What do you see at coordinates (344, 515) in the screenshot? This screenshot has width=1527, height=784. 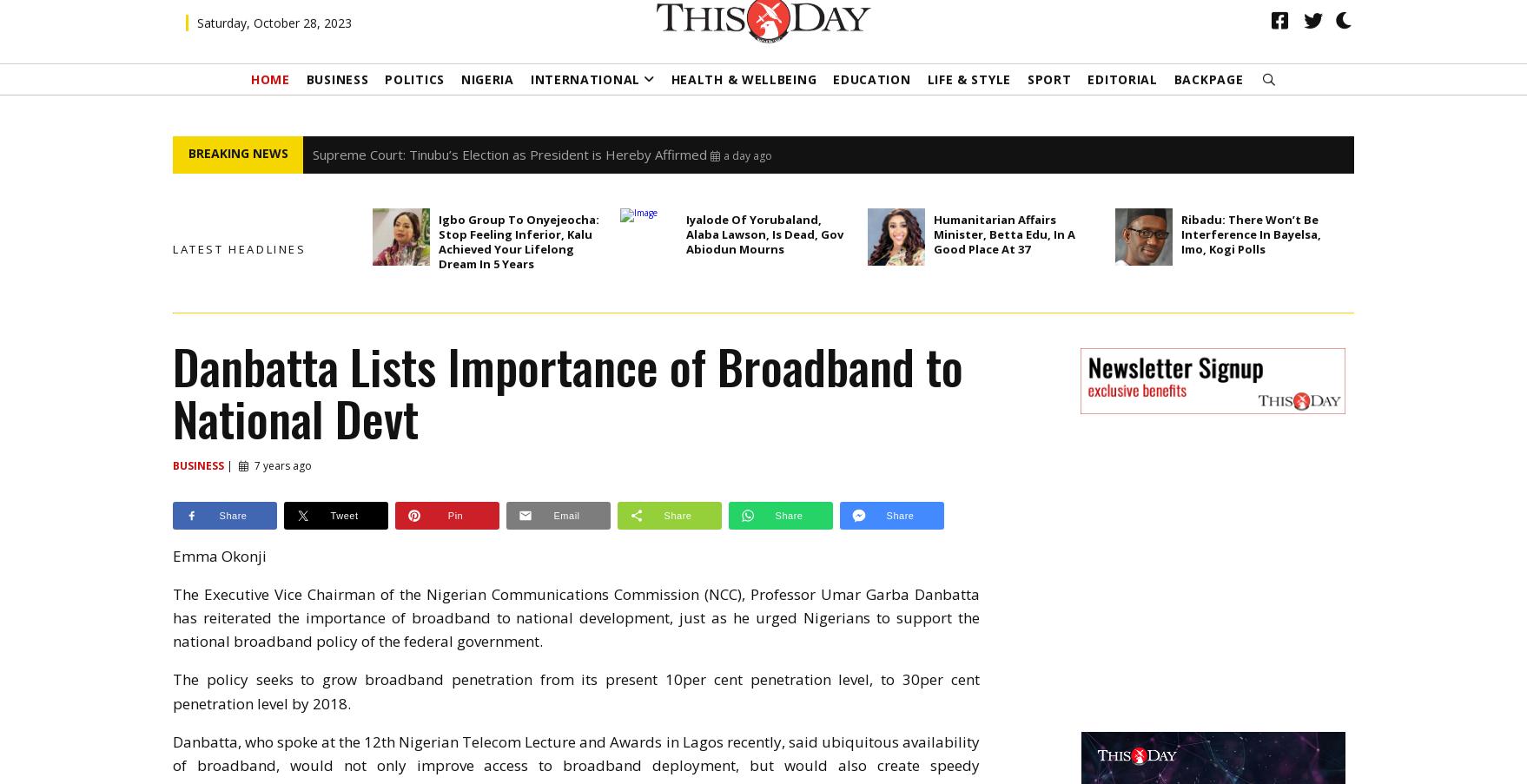 I see `'Tweet'` at bounding box center [344, 515].